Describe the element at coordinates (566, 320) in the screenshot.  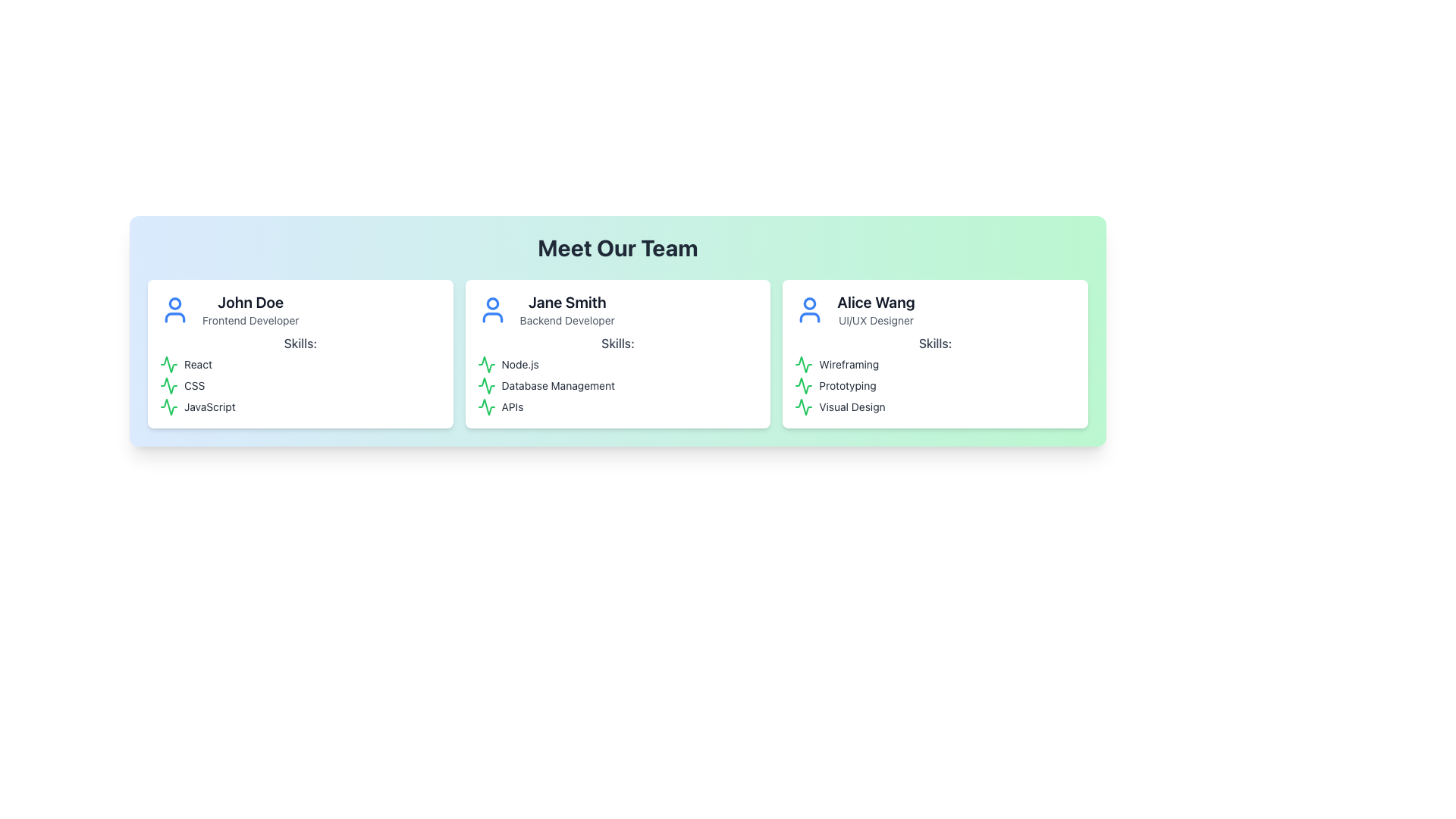
I see `the Text Label indicating the occupation or role of the individual described in the profile card of Jane Smith to understand their expertise area` at that location.